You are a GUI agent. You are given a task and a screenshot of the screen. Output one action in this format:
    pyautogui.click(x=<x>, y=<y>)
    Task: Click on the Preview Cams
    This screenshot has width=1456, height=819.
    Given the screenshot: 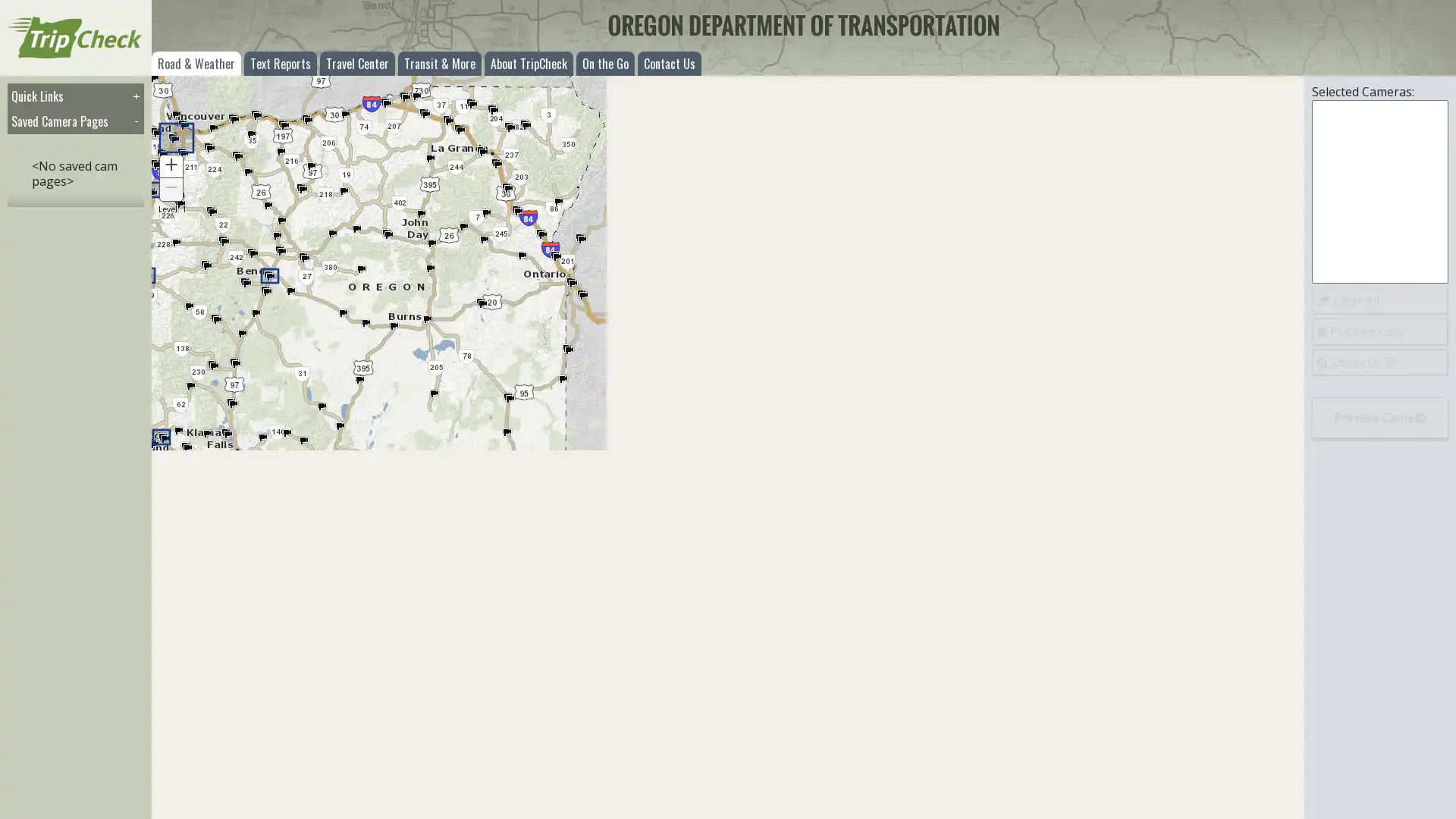 What is the action you would take?
    pyautogui.click(x=1379, y=417)
    